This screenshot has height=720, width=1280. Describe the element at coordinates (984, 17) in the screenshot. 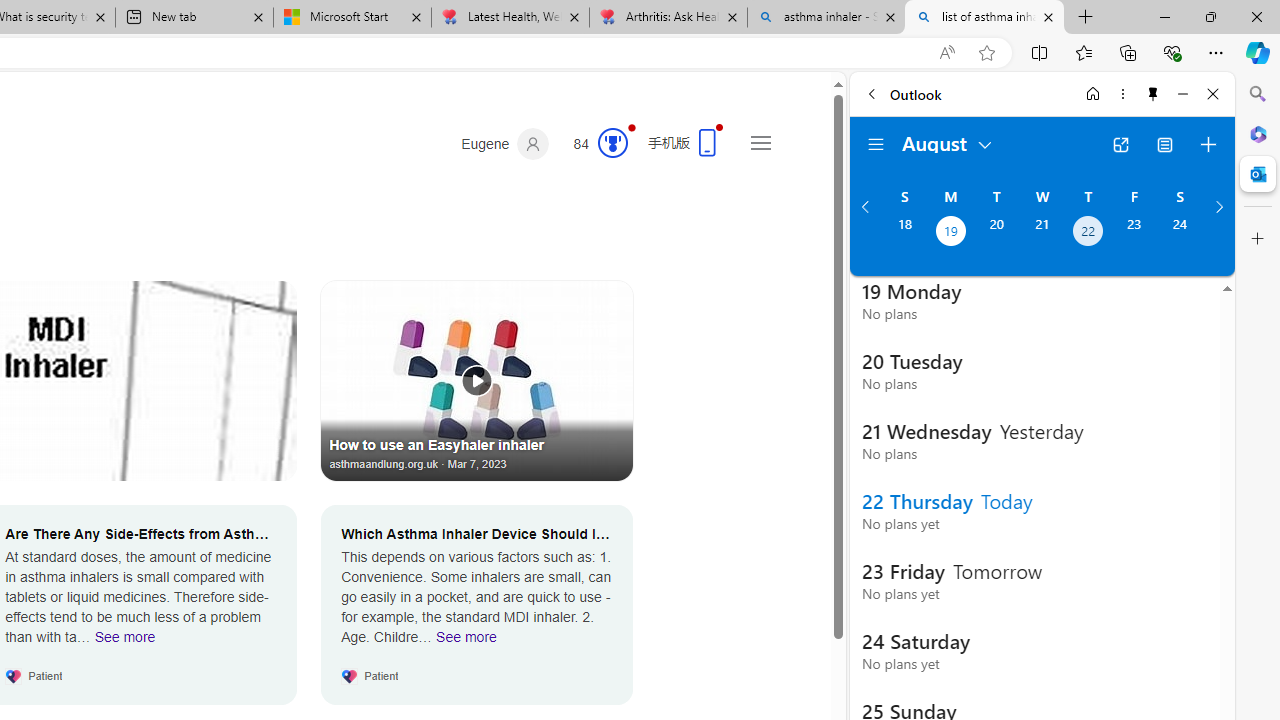

I see `'list of asthma inhalers uk - Search'` at that location.